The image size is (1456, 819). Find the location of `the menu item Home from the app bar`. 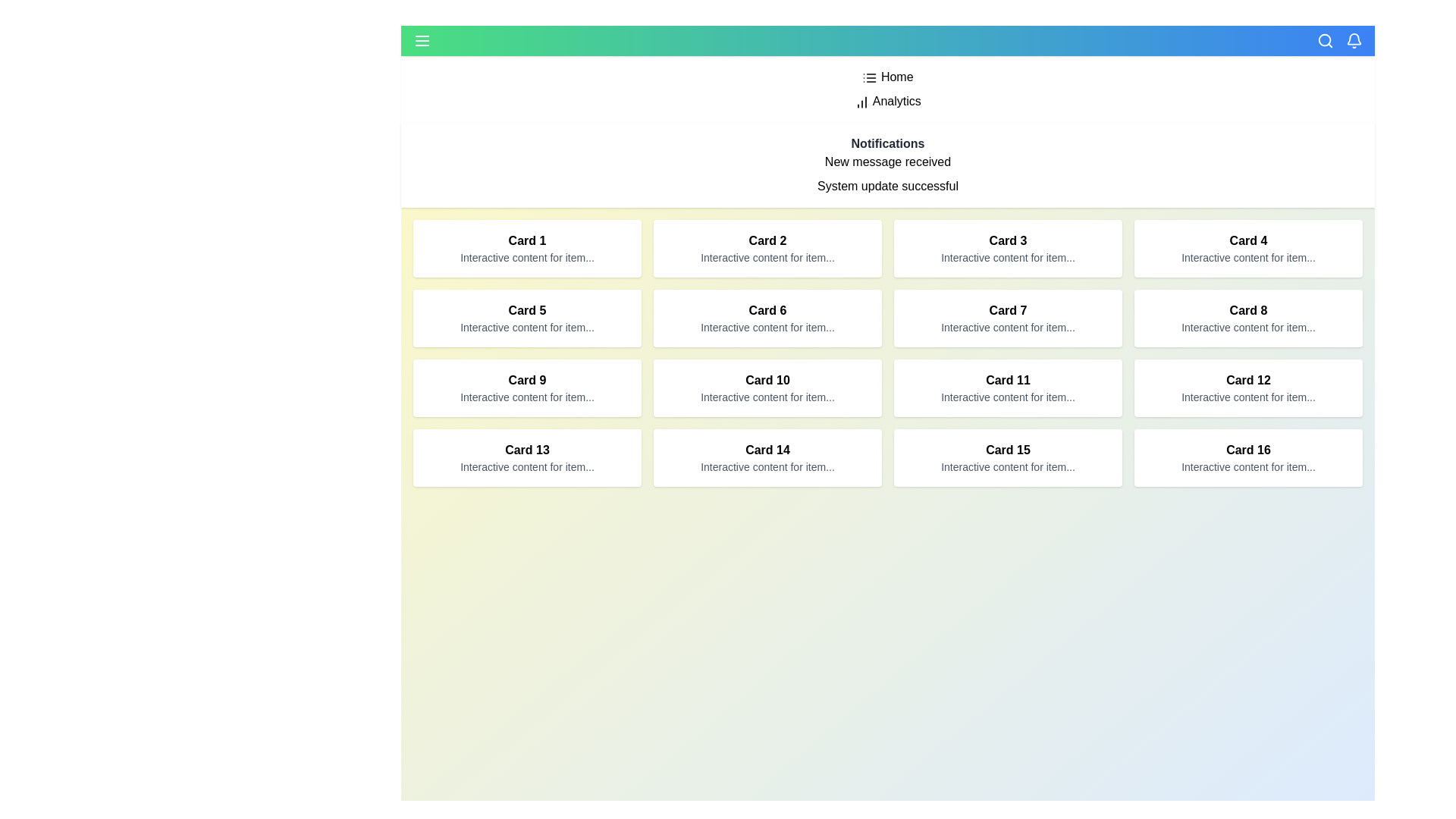

the menu item Home from the app bar is located at coordinates (413, 77).